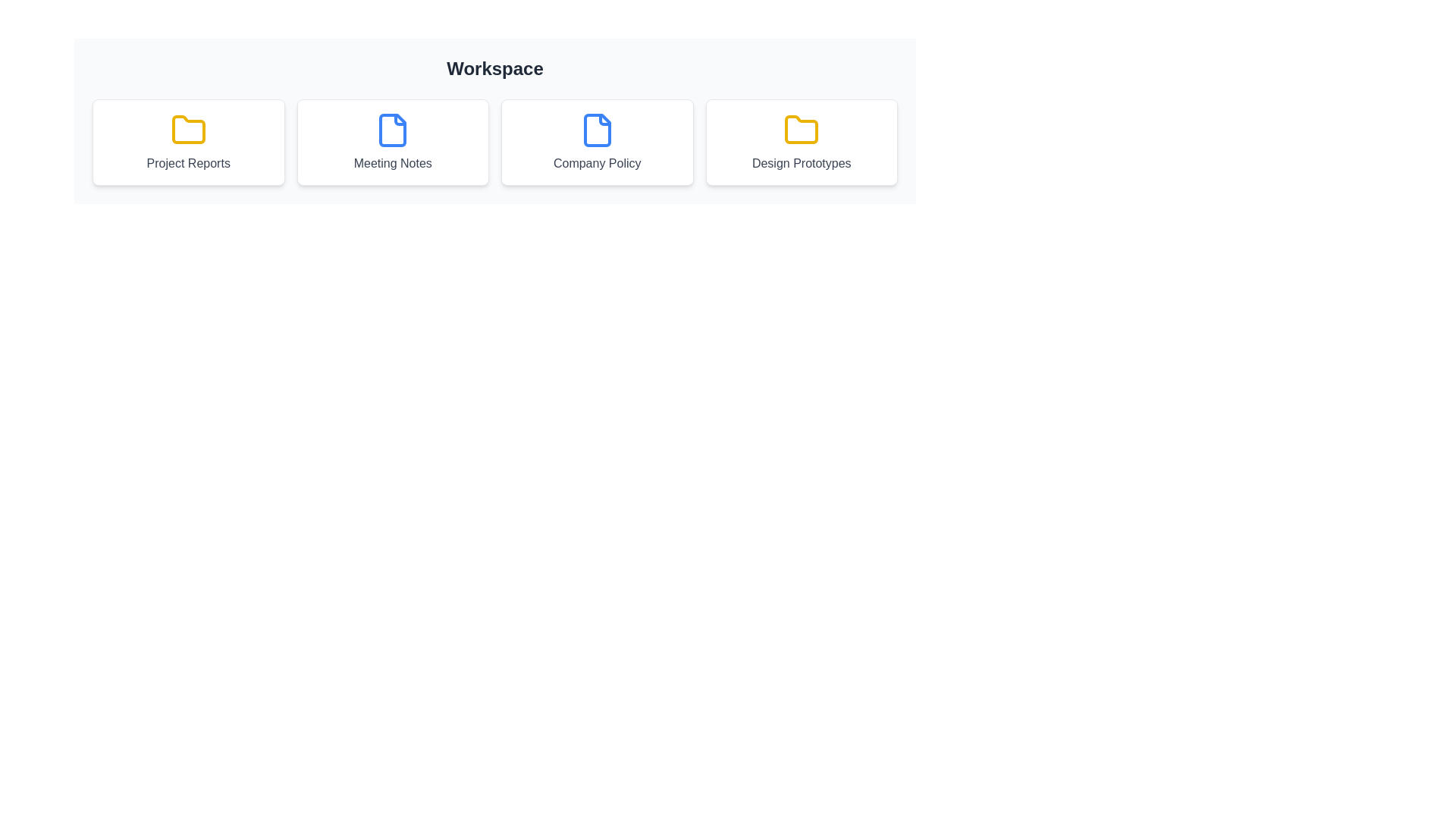  What do you see at coordinates (393, 164) in the screenshot?
I see `the 'Meeting Notes' text label element, which is displayed in gray and positioned beneath the document icon in the second card from the left` at bounding box center [393, 164].